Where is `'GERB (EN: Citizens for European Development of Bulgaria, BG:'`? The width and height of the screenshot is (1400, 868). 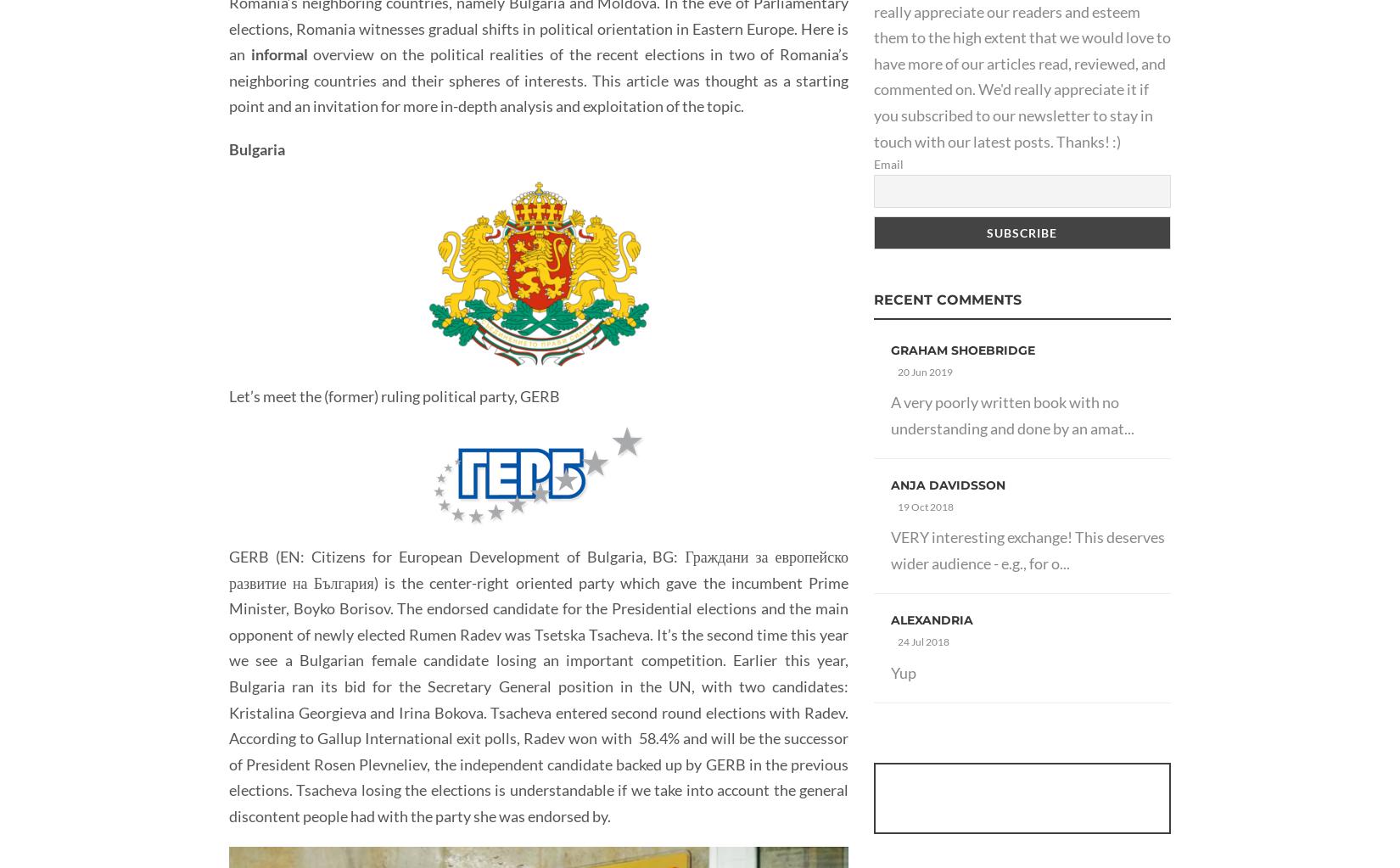
'GERB (EN: Citizens for European Development of Bulgaria, BG:' is located at coordinates (456, 557).